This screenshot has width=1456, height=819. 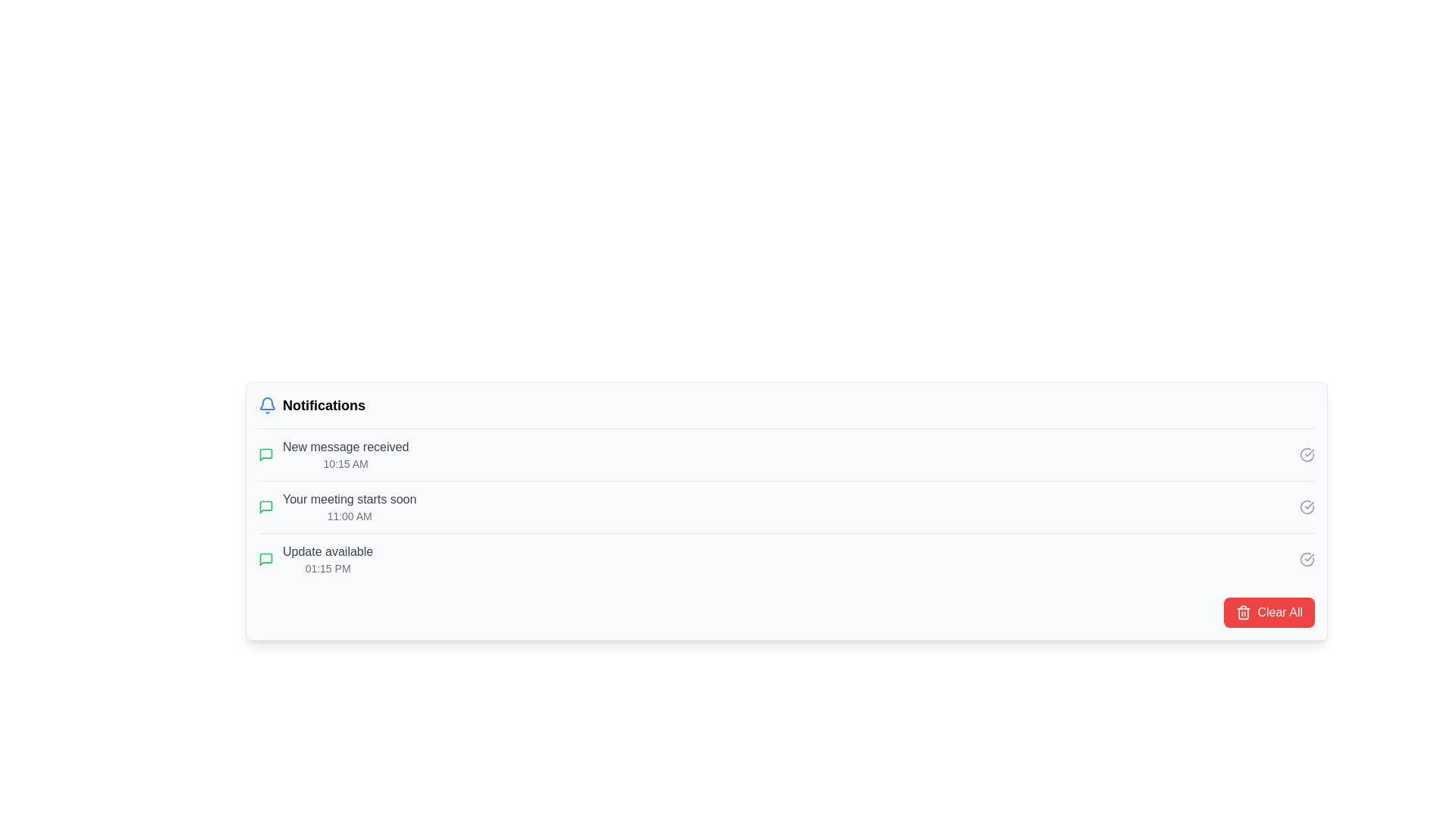 What do you see at coordinates (1306, 454) in the screenshot?
I see `the confirmation button for the notification labeled 'New message received' to observe a color change` at bounding box center [1306, 454].